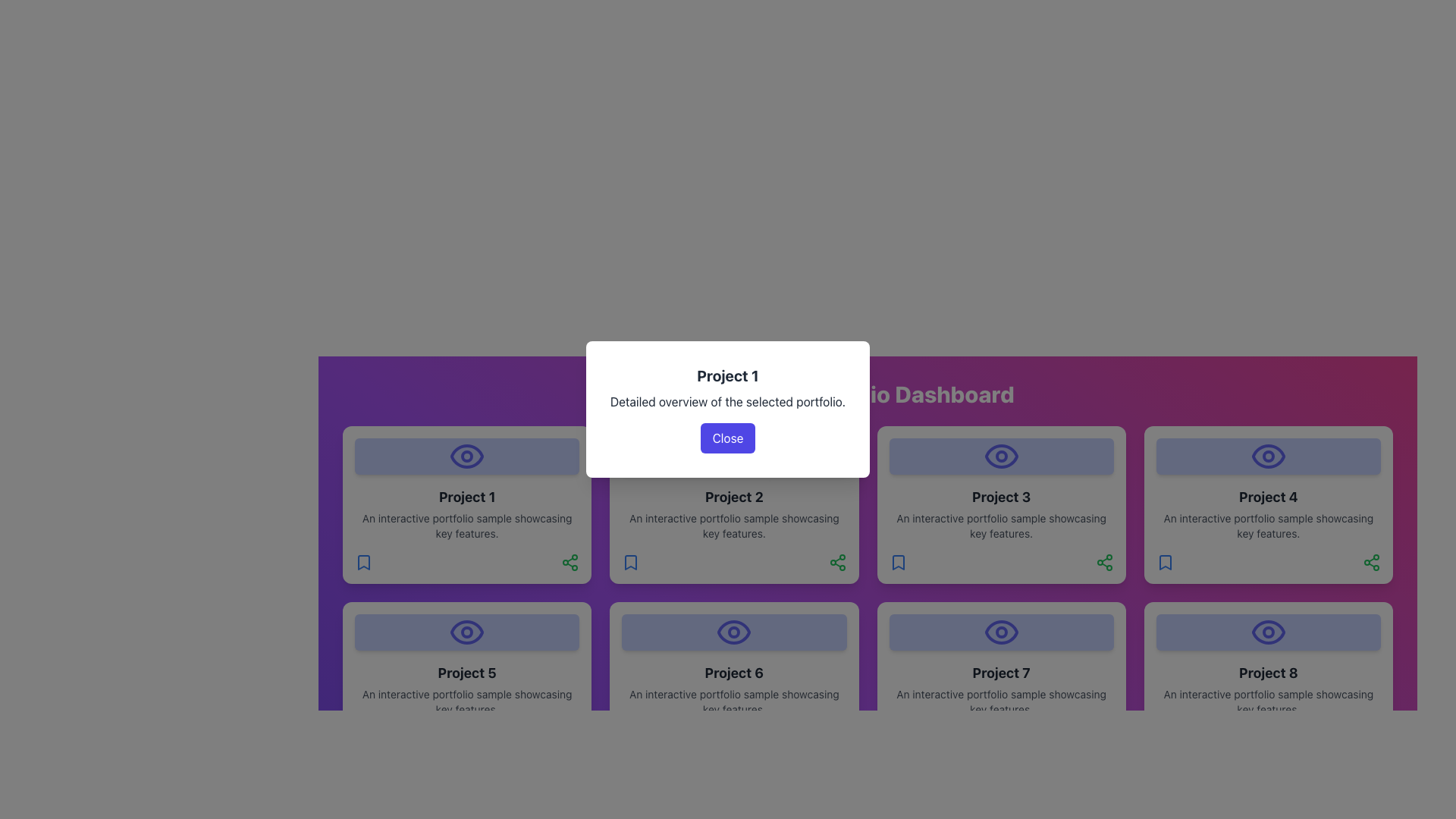 The height and width of the screenshot is (819, 1456). I want to click on the bookmark icon located at the bottom left corner of the 'Project 2' card to bookmark or unbookmark it, so click(631, 562).